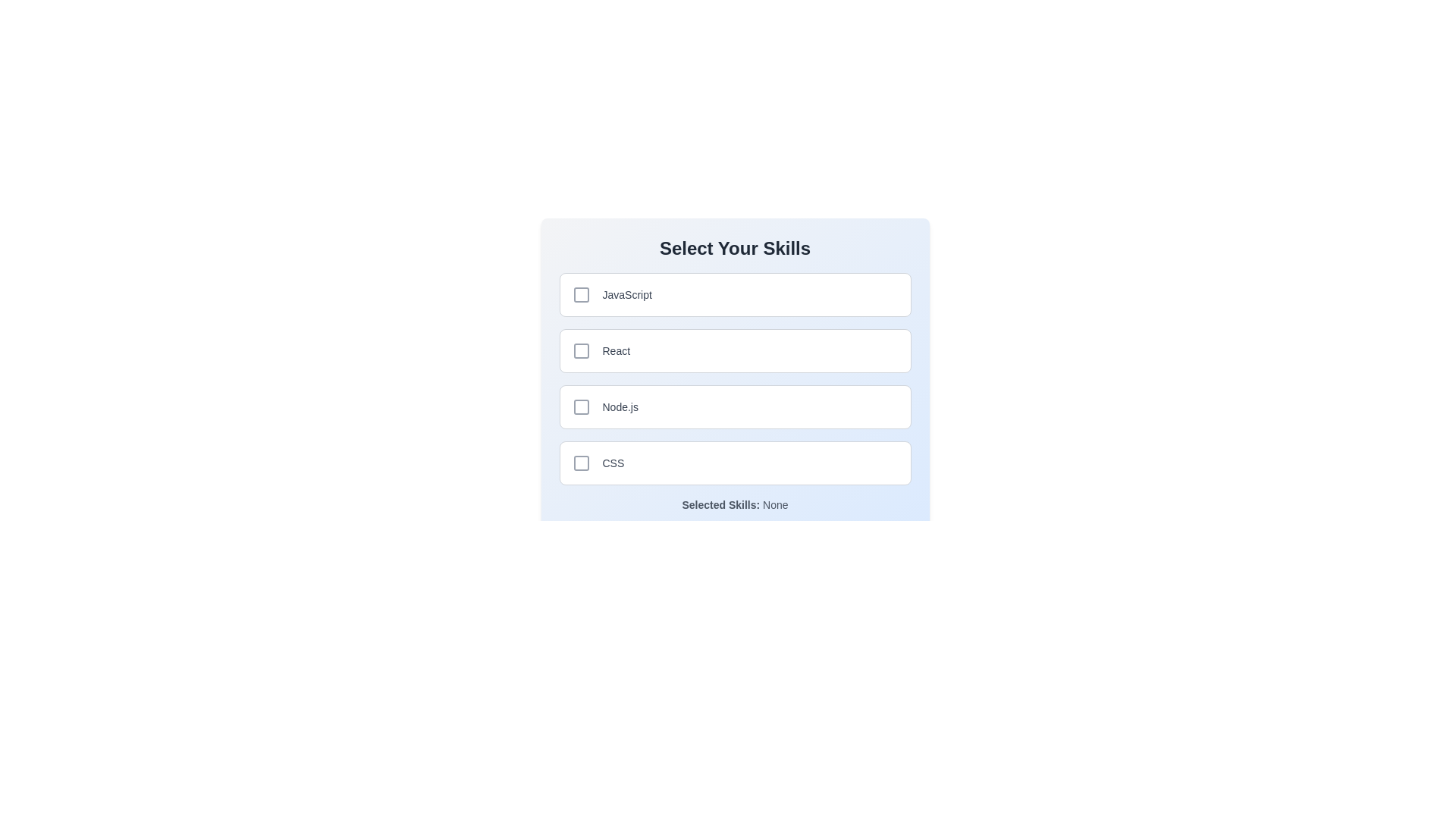  What do you see at coordinates (580, 350) in the screenshot?
I see `the checkbox for selecting the 'React' skill, which is the second checkbox in the skill selection list` at bounding box center [580, 350].